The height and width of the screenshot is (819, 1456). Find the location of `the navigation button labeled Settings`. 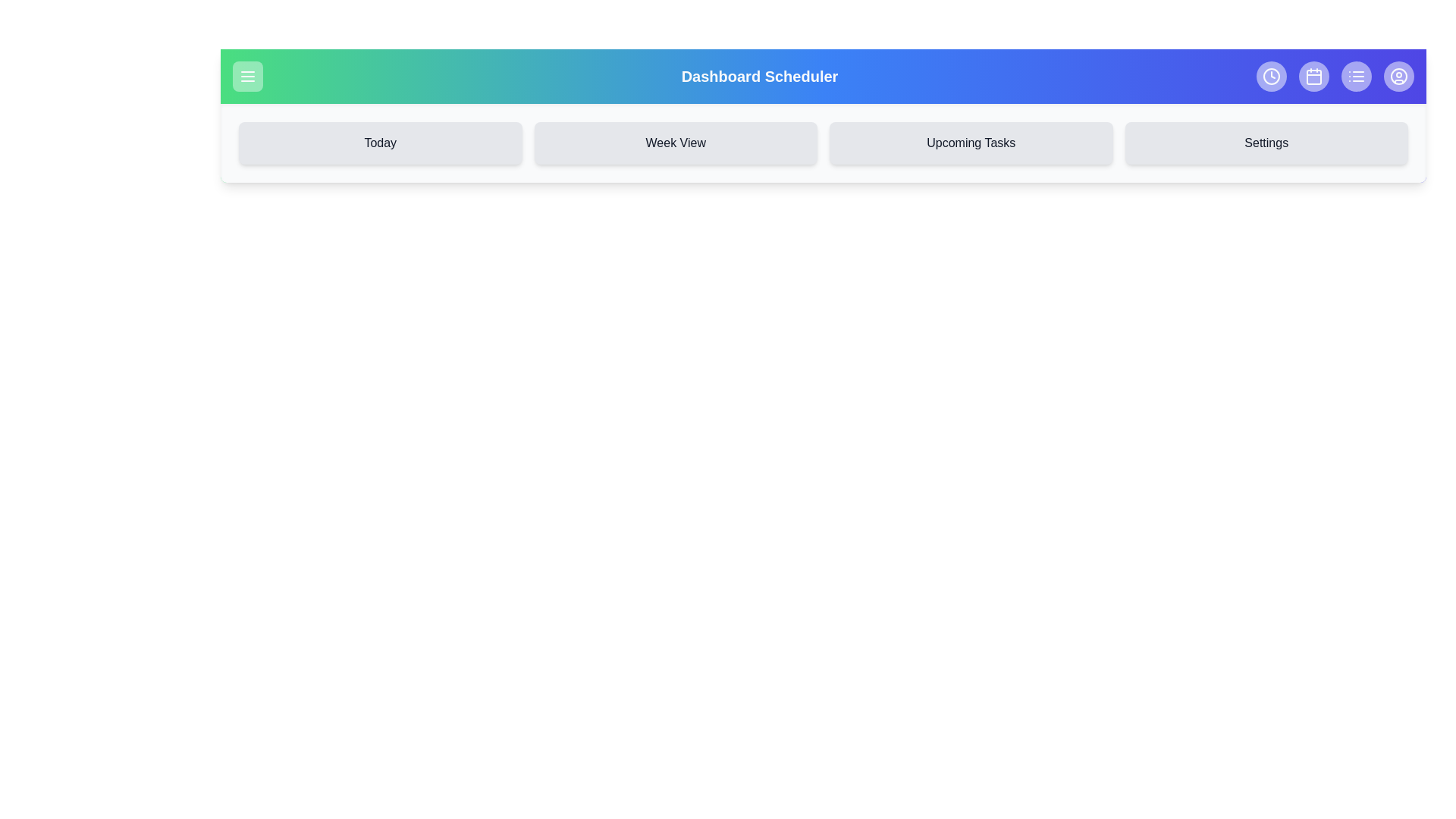

the navigation button labeled Settings is located at coordinates (1266, 143).